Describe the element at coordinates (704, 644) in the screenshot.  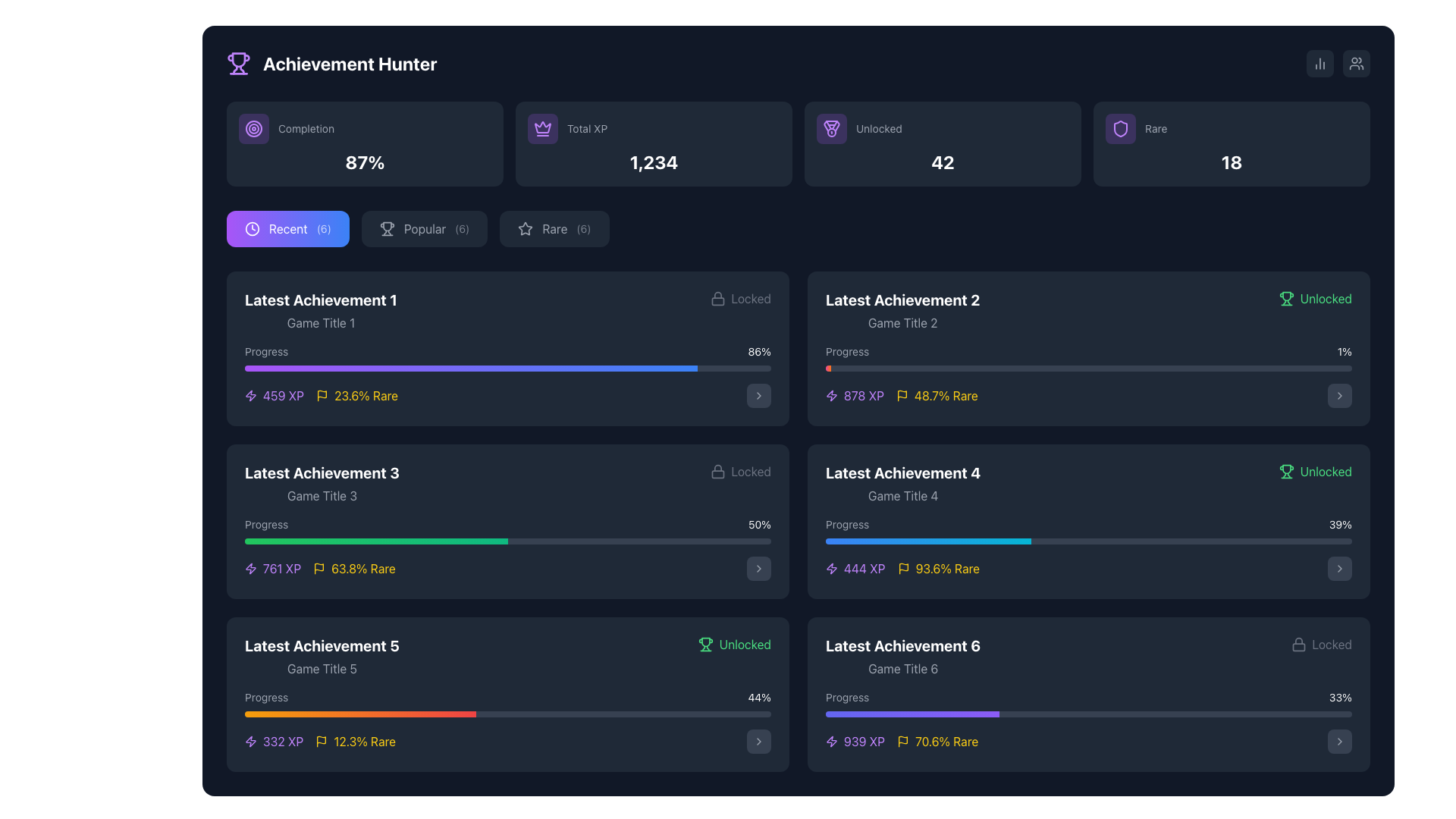
I see `the trophy icon in the 'Latest Achievement 4' section, which is styled in green and is positioned to the left of the green text 'Unlocked'` at that location.